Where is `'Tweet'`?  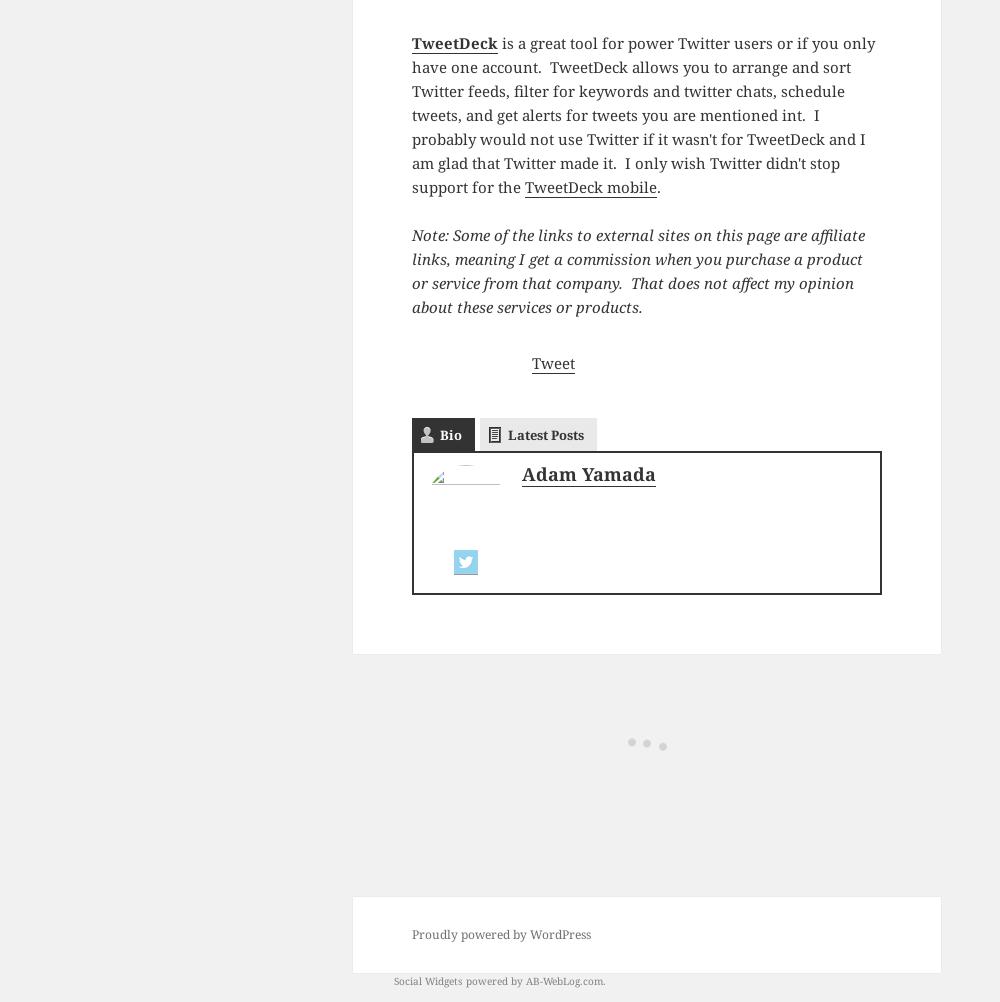 'Tweet' is located at coordinates (552, 363).